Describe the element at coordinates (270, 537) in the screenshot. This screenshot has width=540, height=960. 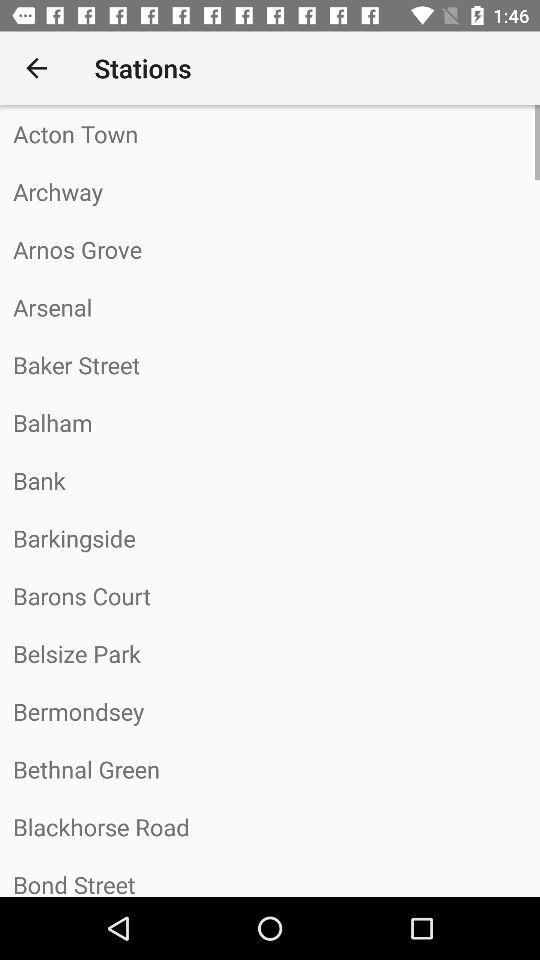
I see `item below the bank` at that location.